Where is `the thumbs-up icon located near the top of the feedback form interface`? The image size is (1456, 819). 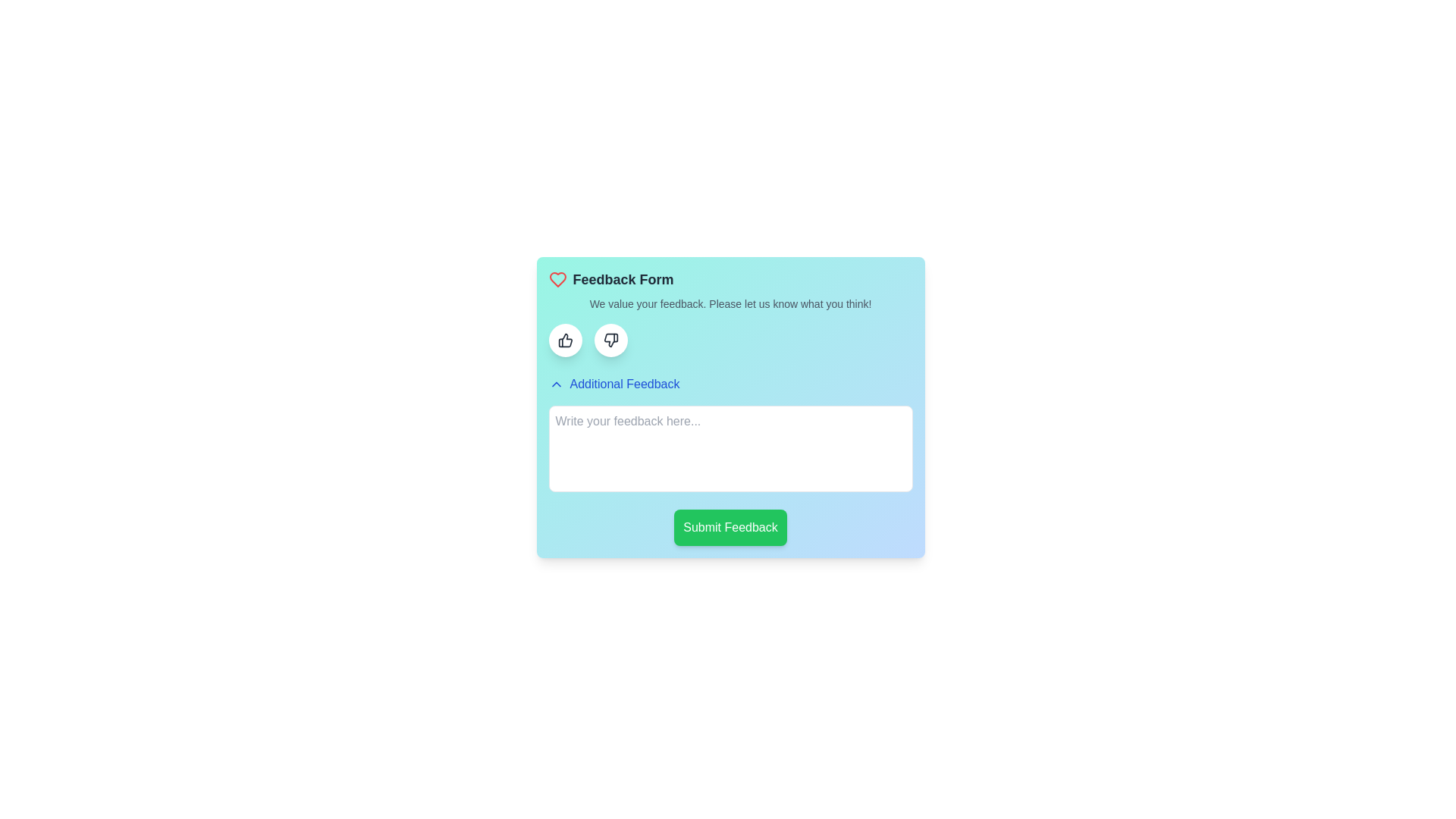
the thumbs-up icon located near the top of the feedback form interface is located at coordinates (564, 339).